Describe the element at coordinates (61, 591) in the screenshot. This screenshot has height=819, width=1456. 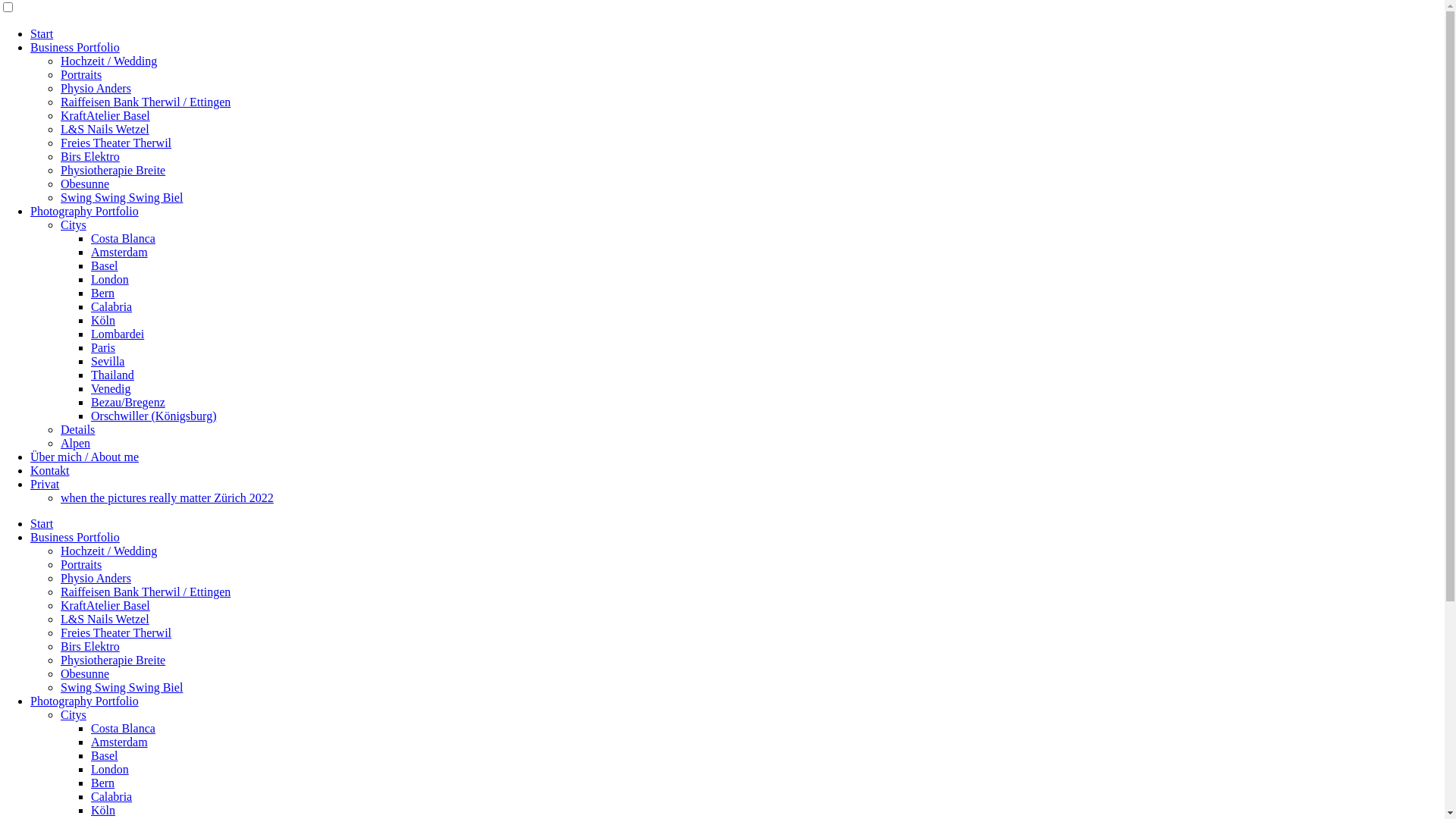
I see `'Raiffeisen Bank Therwil / Ettingen'` at that location.